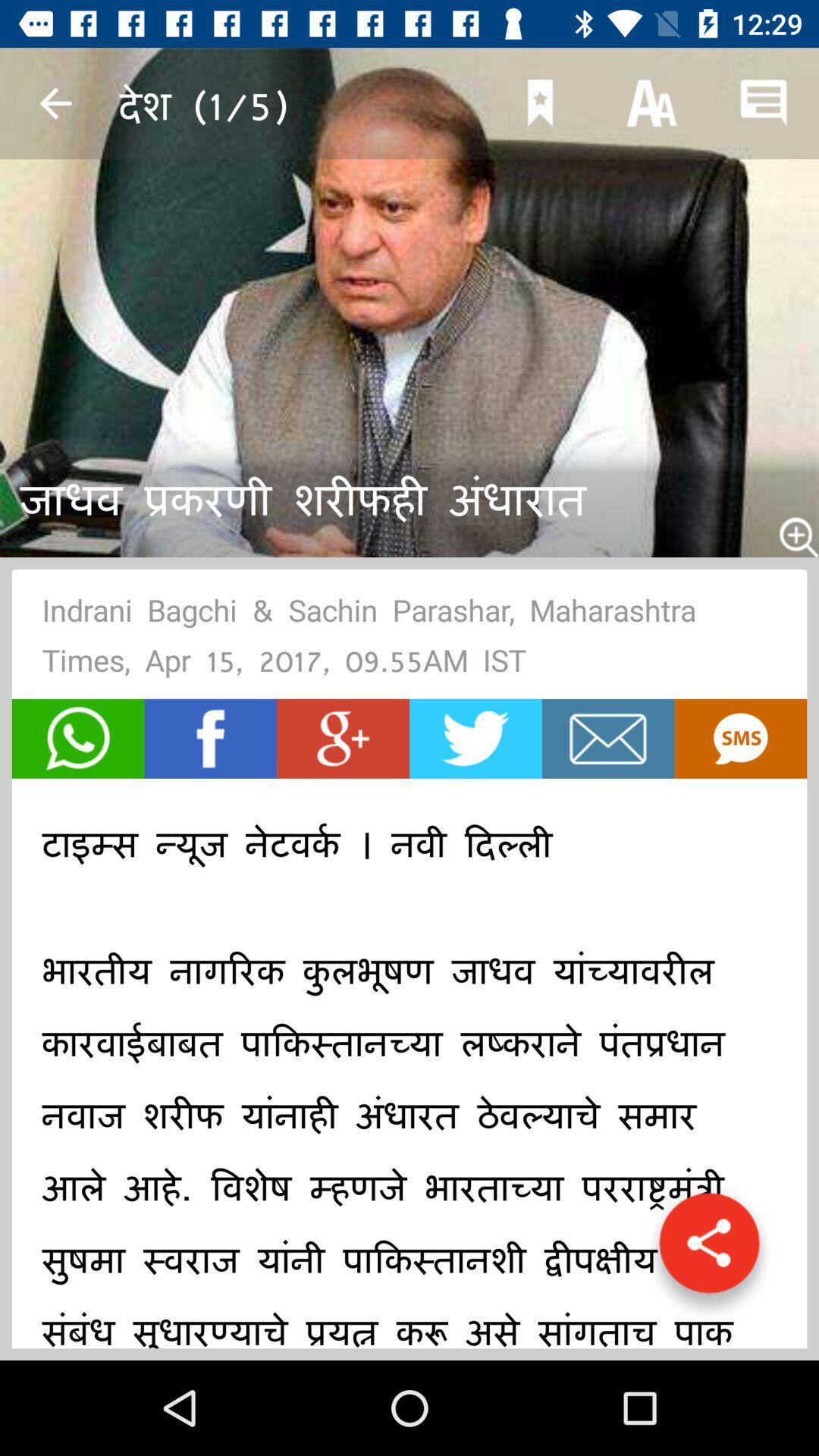  What do you see at coordinates (409, 640) in the screenshot?
I see `the indrani bagchi sachin item` at bounding box center [409, 640].